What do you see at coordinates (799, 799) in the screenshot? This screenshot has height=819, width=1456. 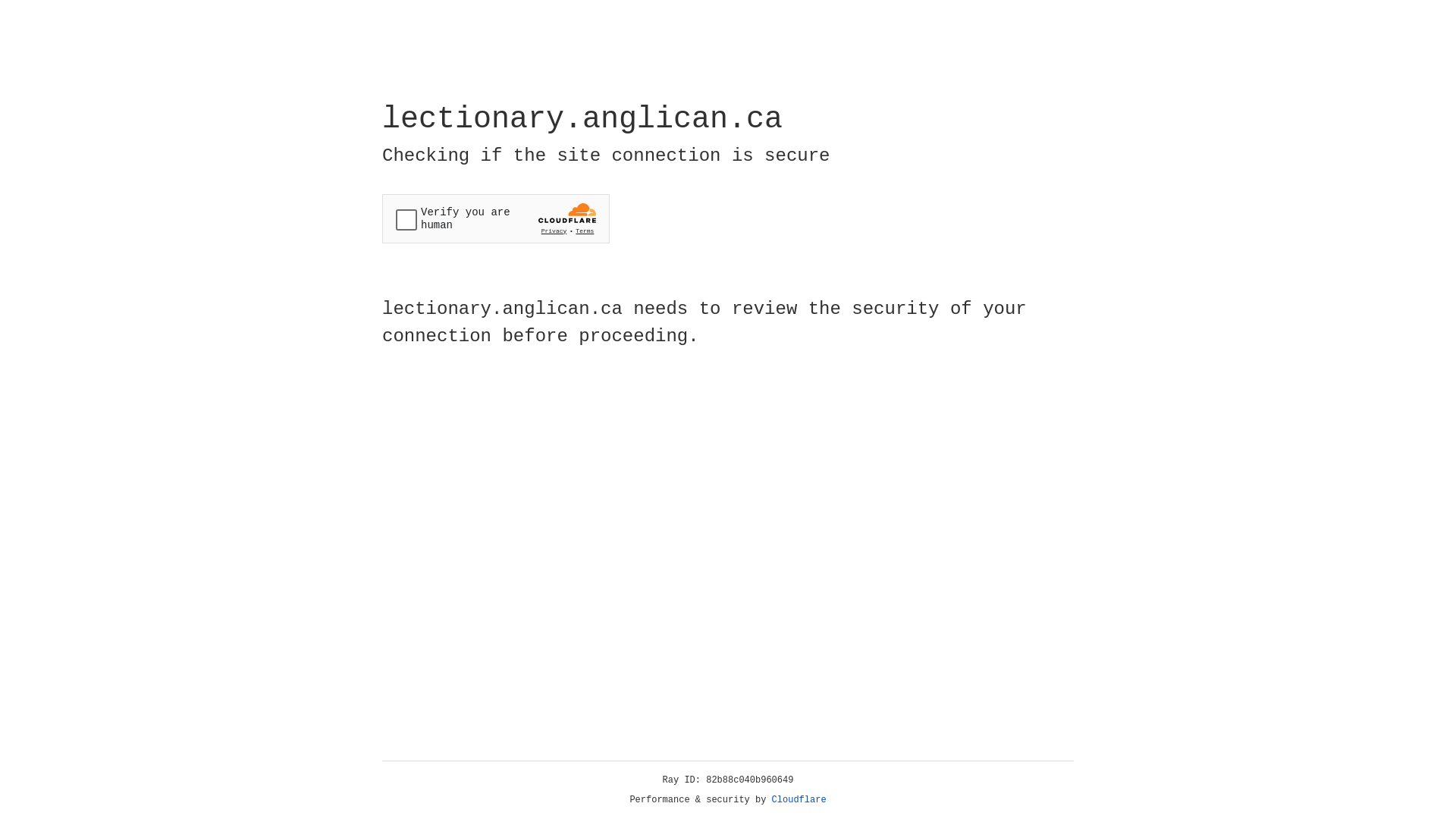 I see `'Cloudflare'` at bounding box center [799, 799].